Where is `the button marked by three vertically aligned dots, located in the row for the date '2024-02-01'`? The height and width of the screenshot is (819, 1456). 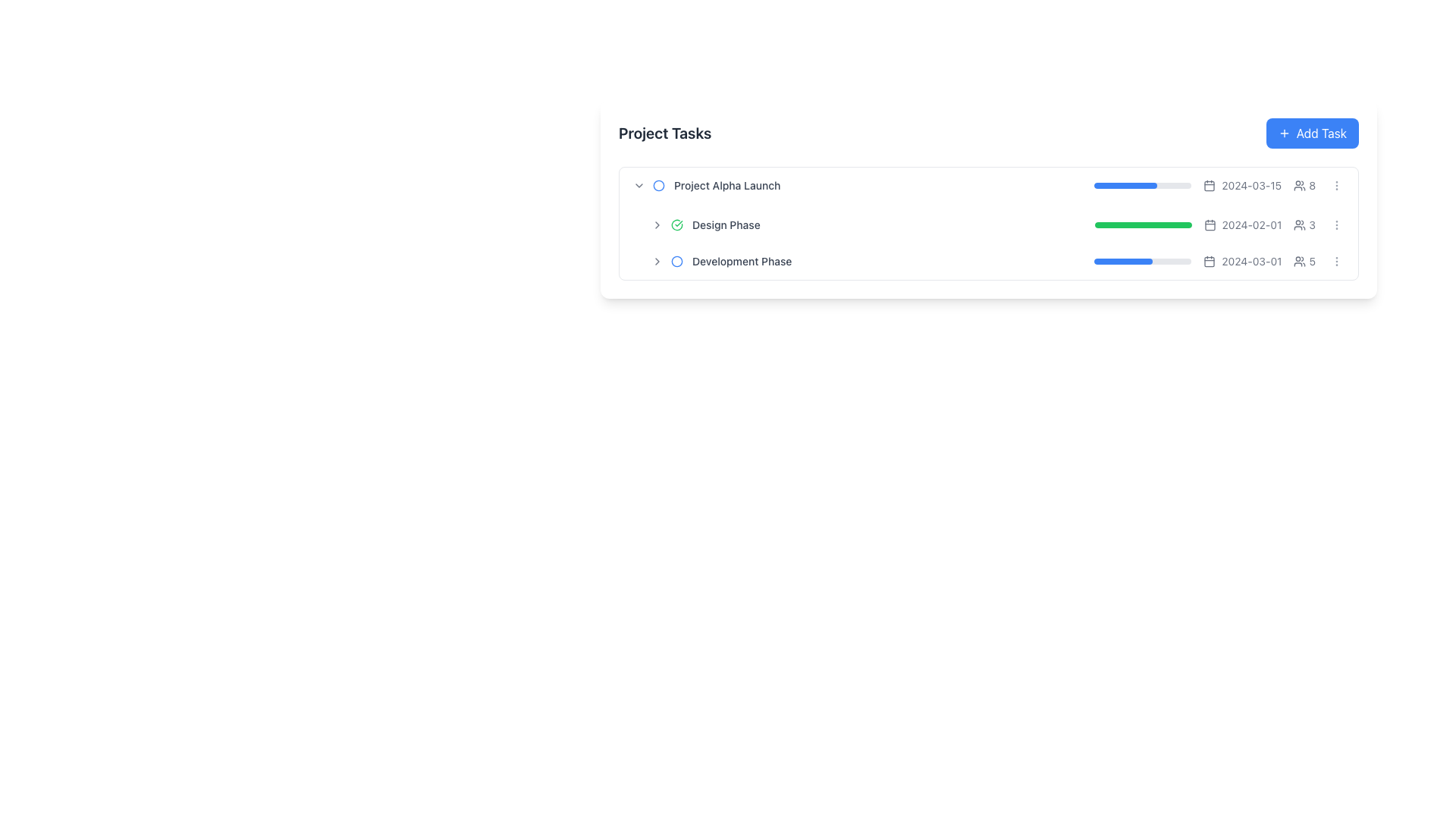
the button marked by three vertically aligned dots, located in the row for the date '2024-02-01' is located at coordinates (1336, 225).